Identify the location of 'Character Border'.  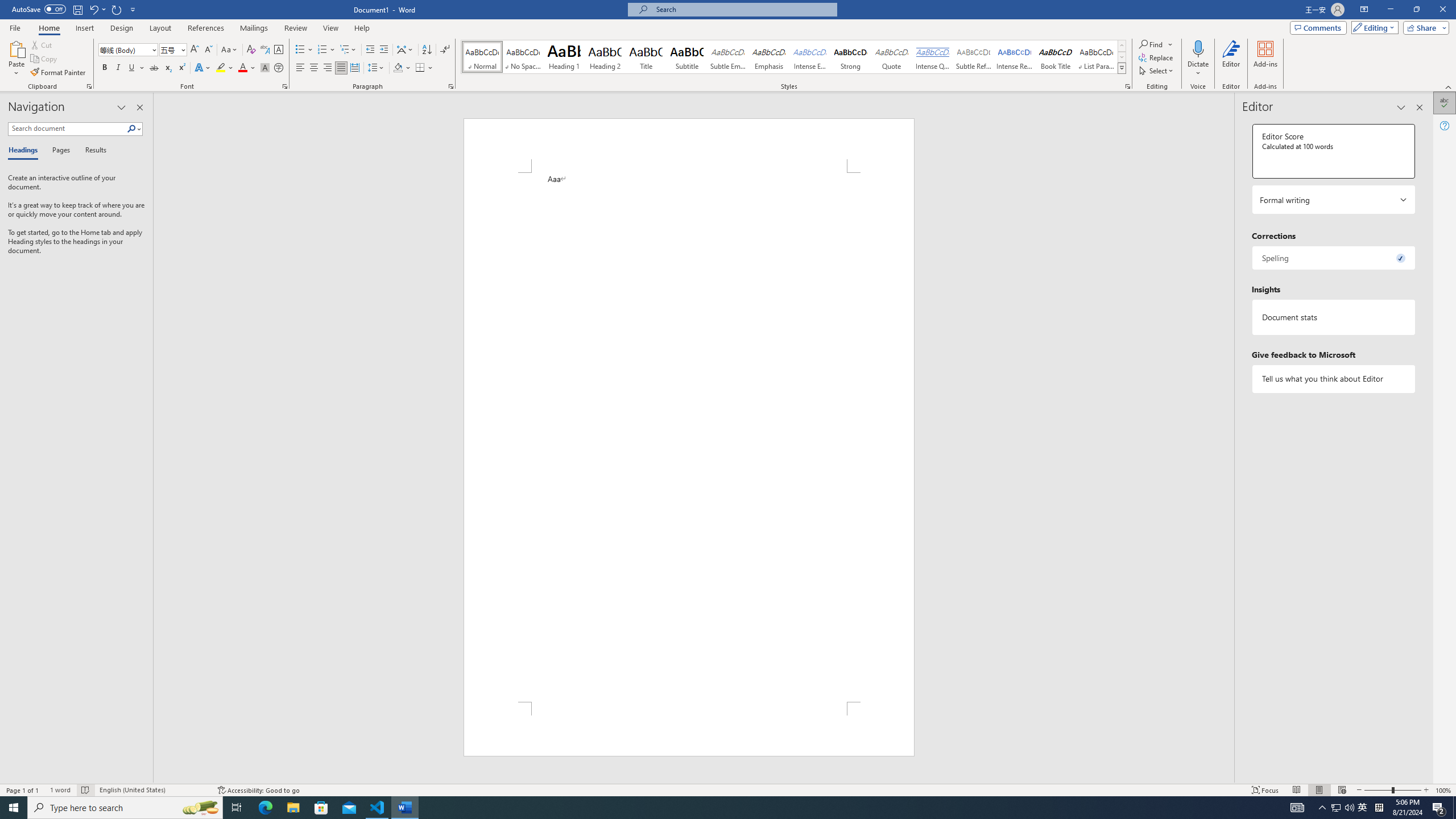
(278, 49).